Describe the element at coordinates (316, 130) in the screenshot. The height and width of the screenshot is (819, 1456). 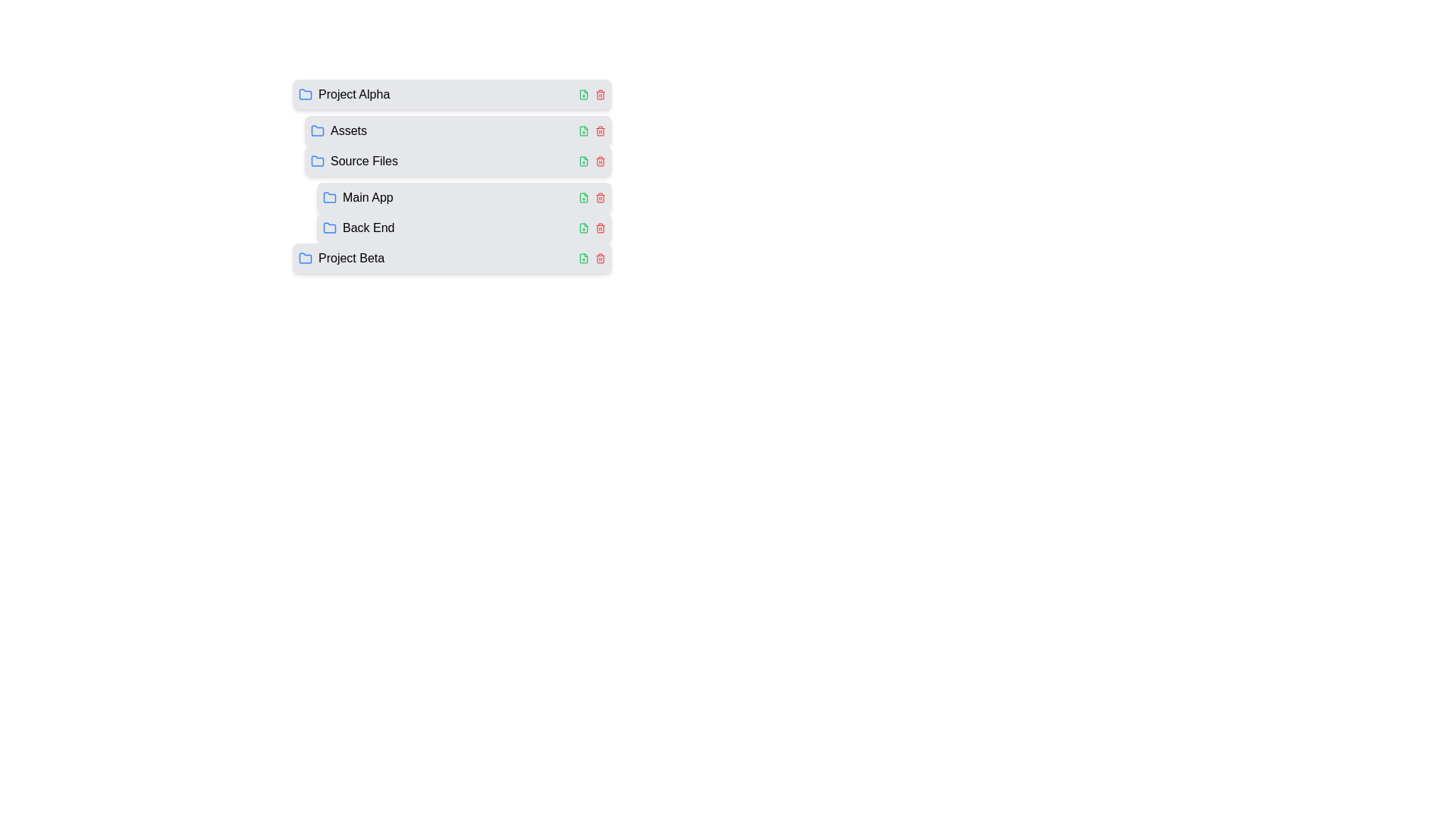
I see `the folder icon representing 'Assets' located in the second row under the 'Project Alpha' heading` at that location.